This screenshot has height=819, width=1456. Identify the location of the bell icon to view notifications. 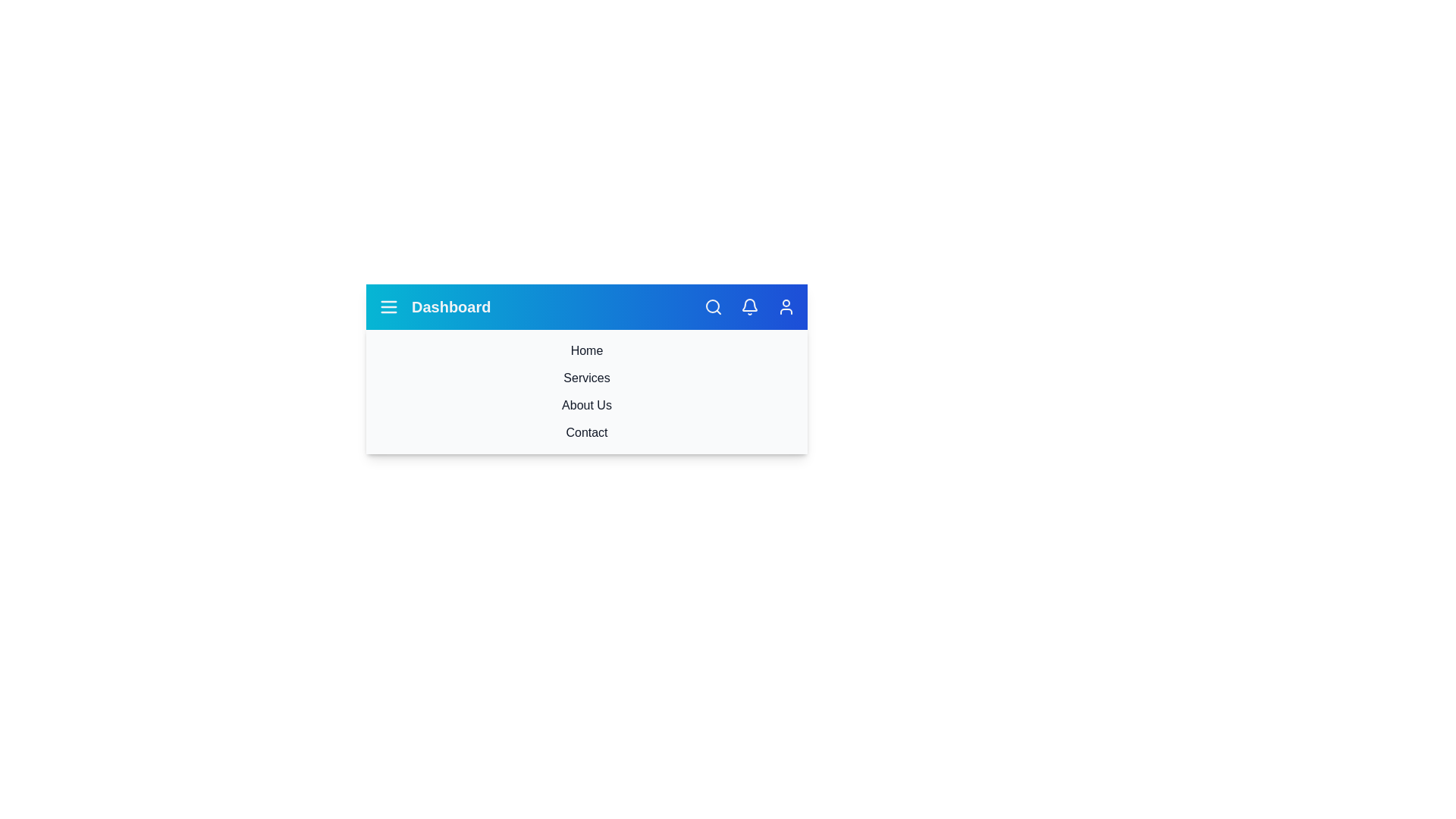
(749, 307).